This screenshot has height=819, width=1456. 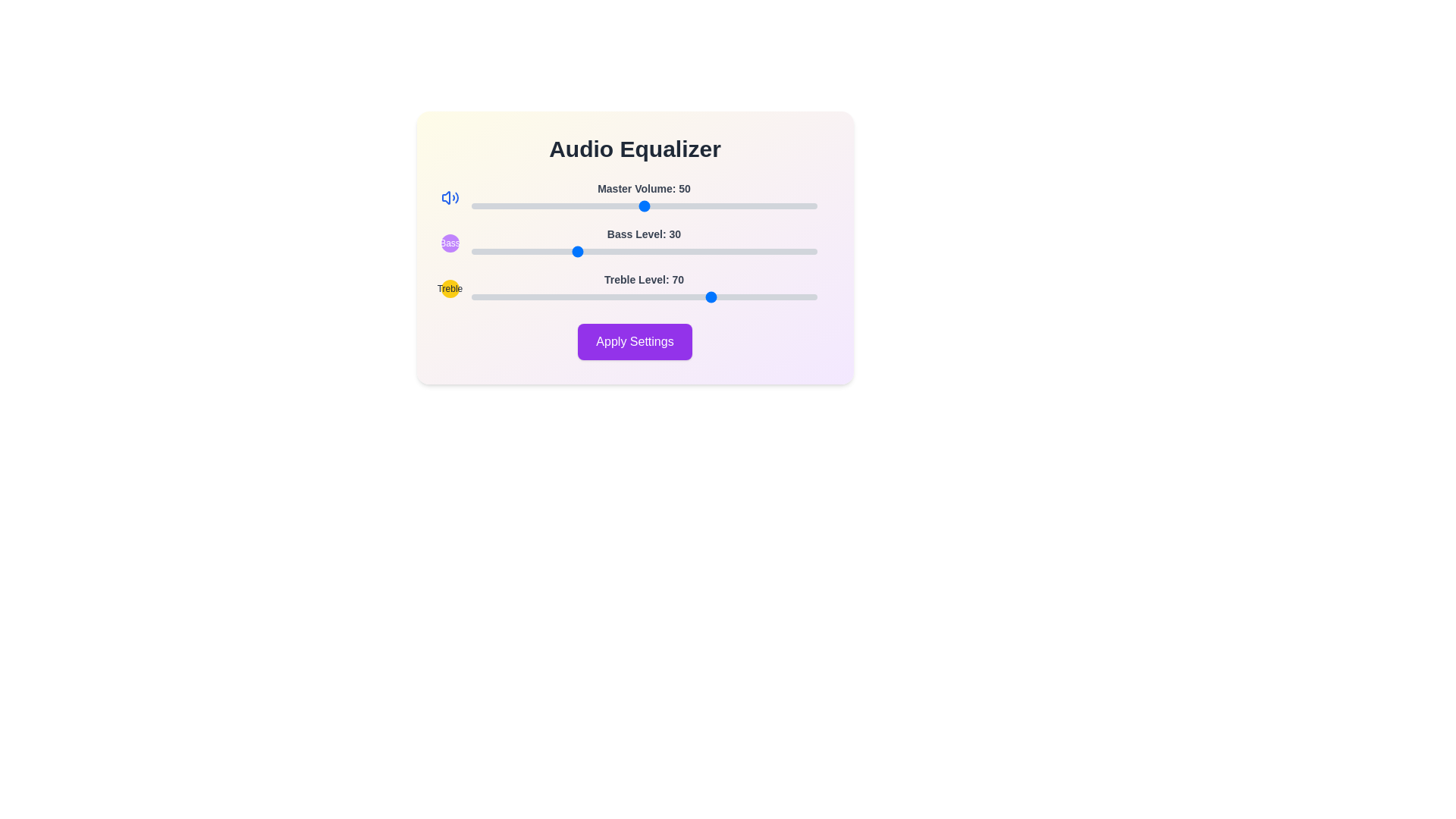 I want to click on Treble Level, so click(x=670, y=297).